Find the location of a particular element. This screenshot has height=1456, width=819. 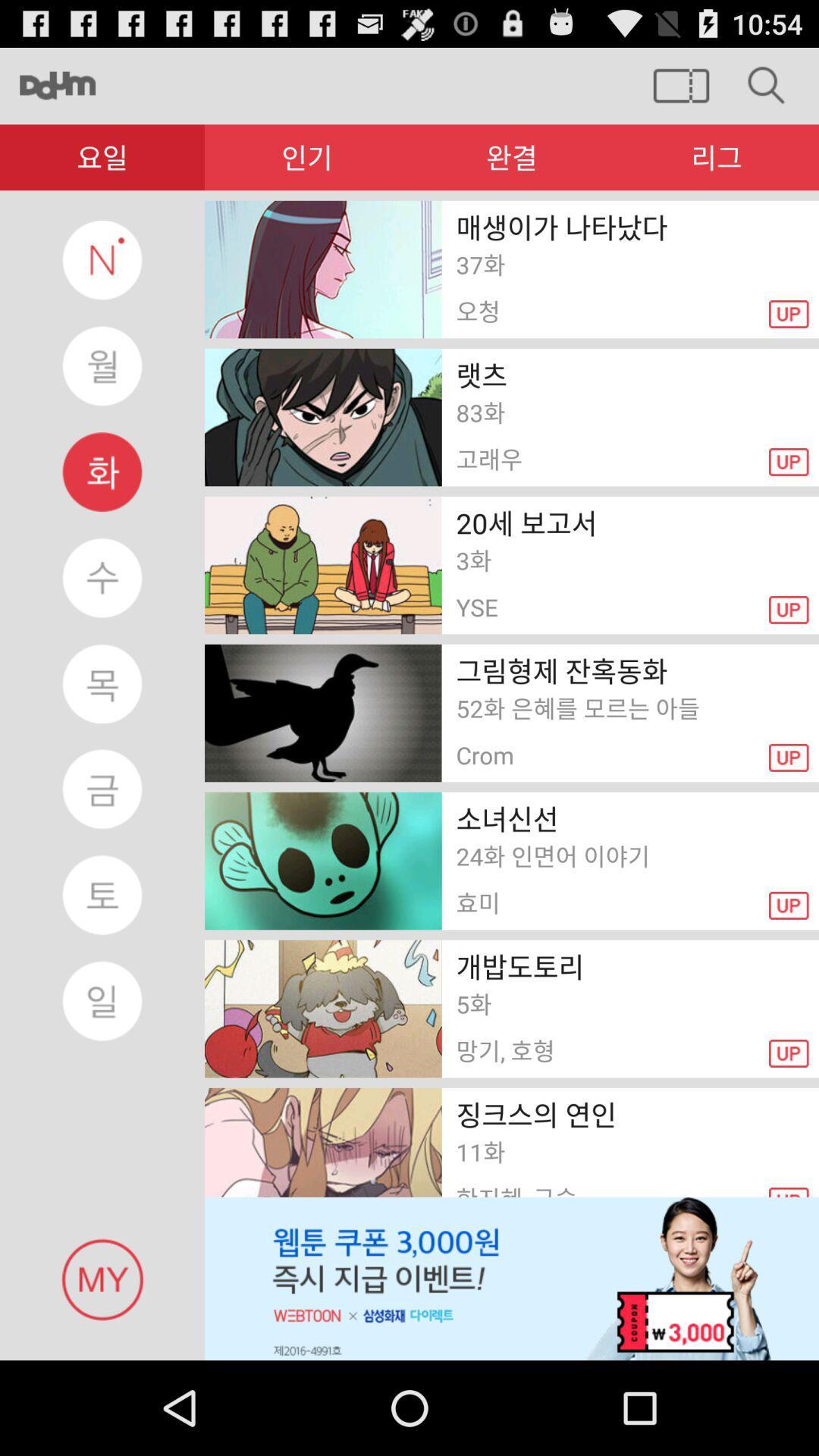

the last symbol in red color bar is located at coordinates (717, 157).